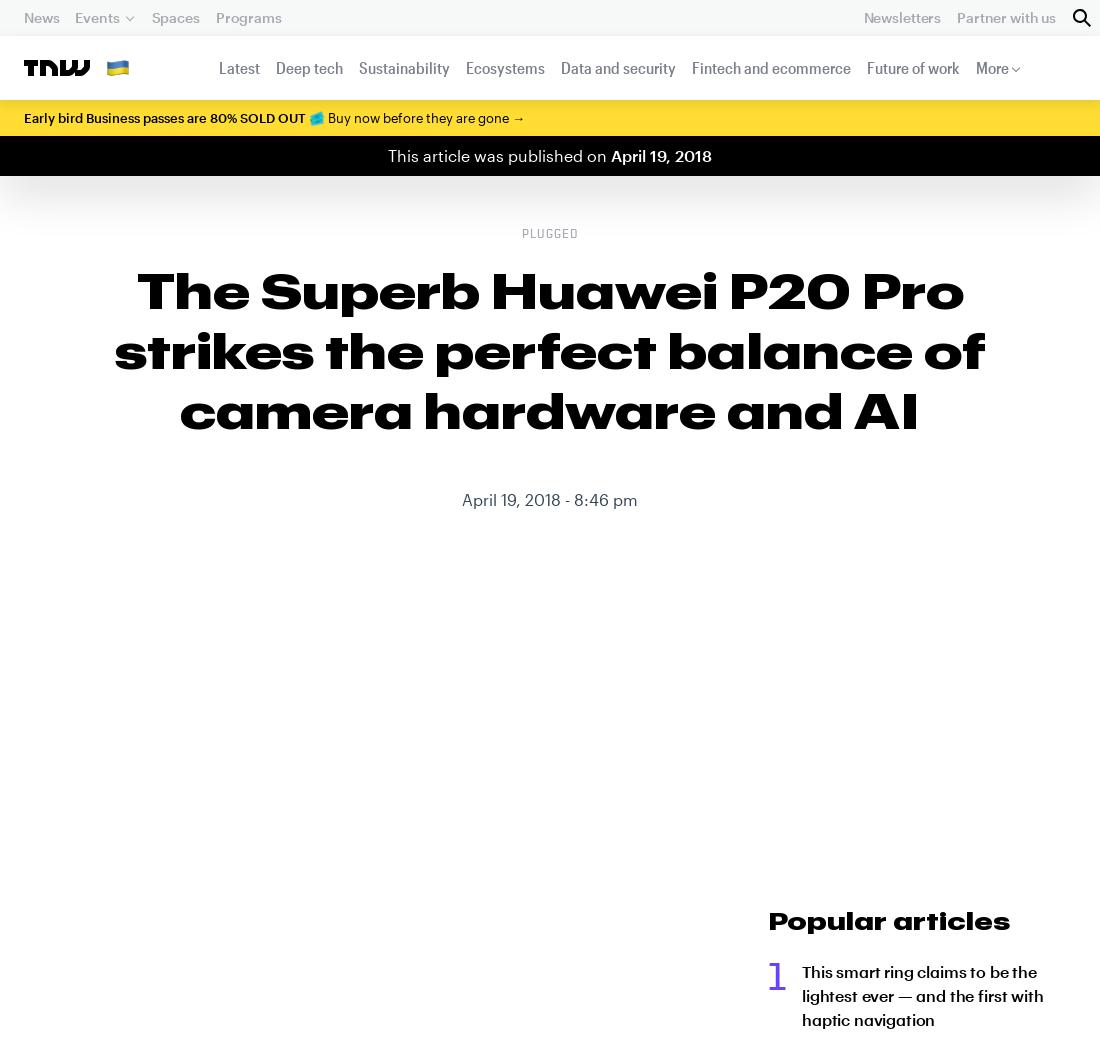 The width and height of the screenshot is (1100, 1042). Describe the element at coordinates (174, 16) in the screenshot. I see `'Spaces'` at that location.